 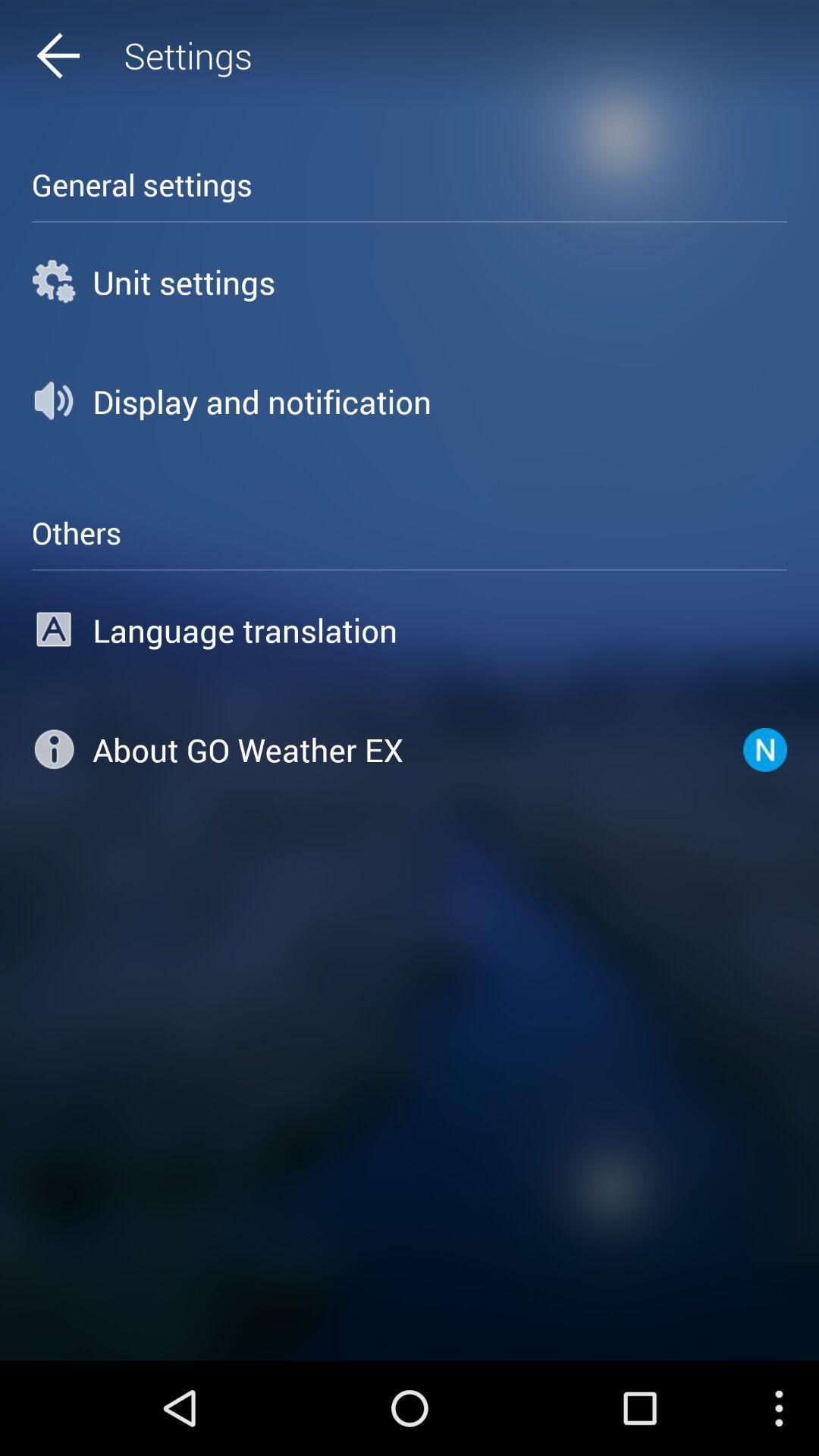 What do you see at coordinates (87, 59) in the screenshot?
I see `the arrow_backward icon` at bounding box center [87, 59].